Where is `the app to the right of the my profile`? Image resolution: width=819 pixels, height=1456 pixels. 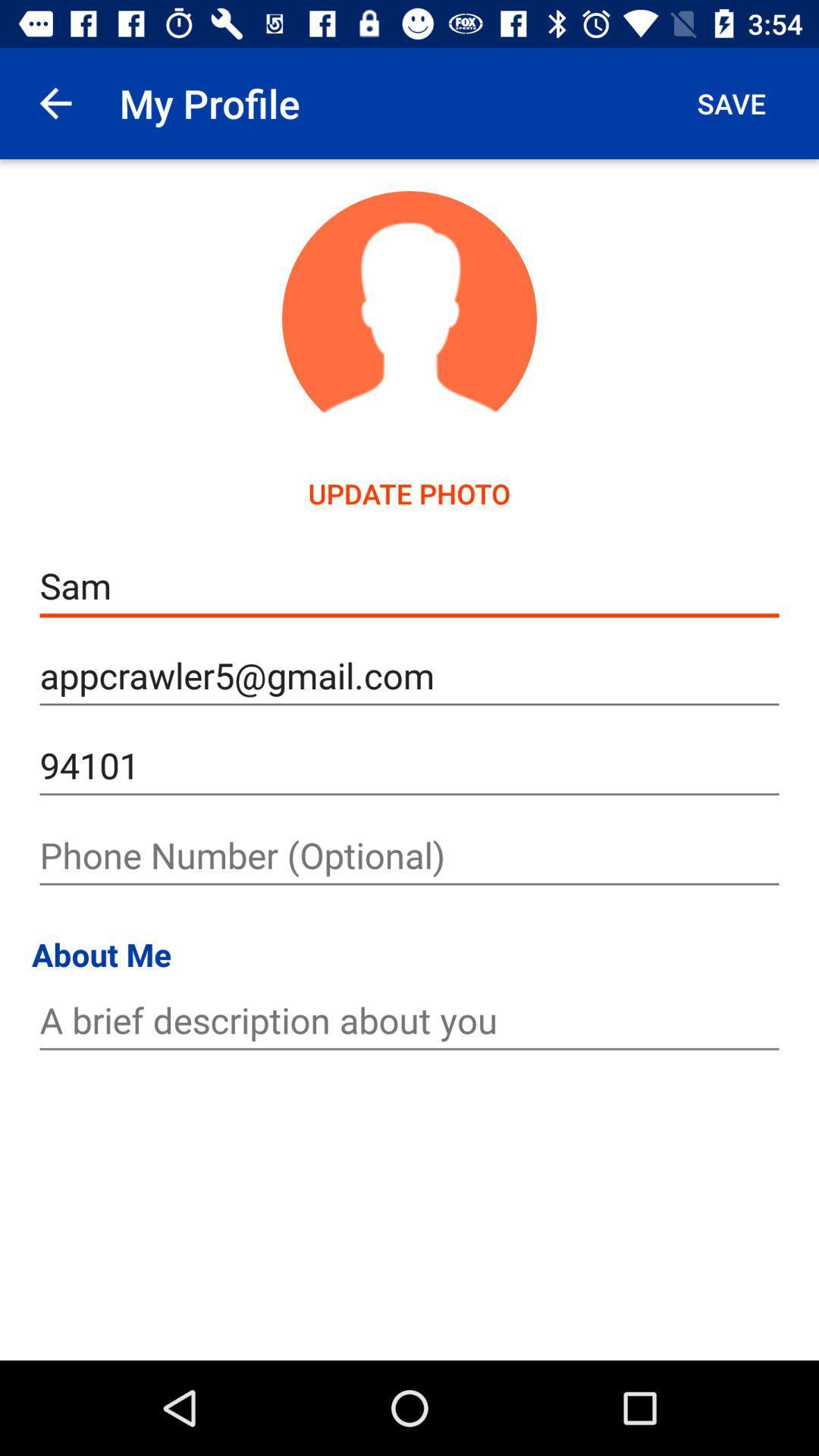
the app to the right of the my profile is located at coordinates (730, 102).